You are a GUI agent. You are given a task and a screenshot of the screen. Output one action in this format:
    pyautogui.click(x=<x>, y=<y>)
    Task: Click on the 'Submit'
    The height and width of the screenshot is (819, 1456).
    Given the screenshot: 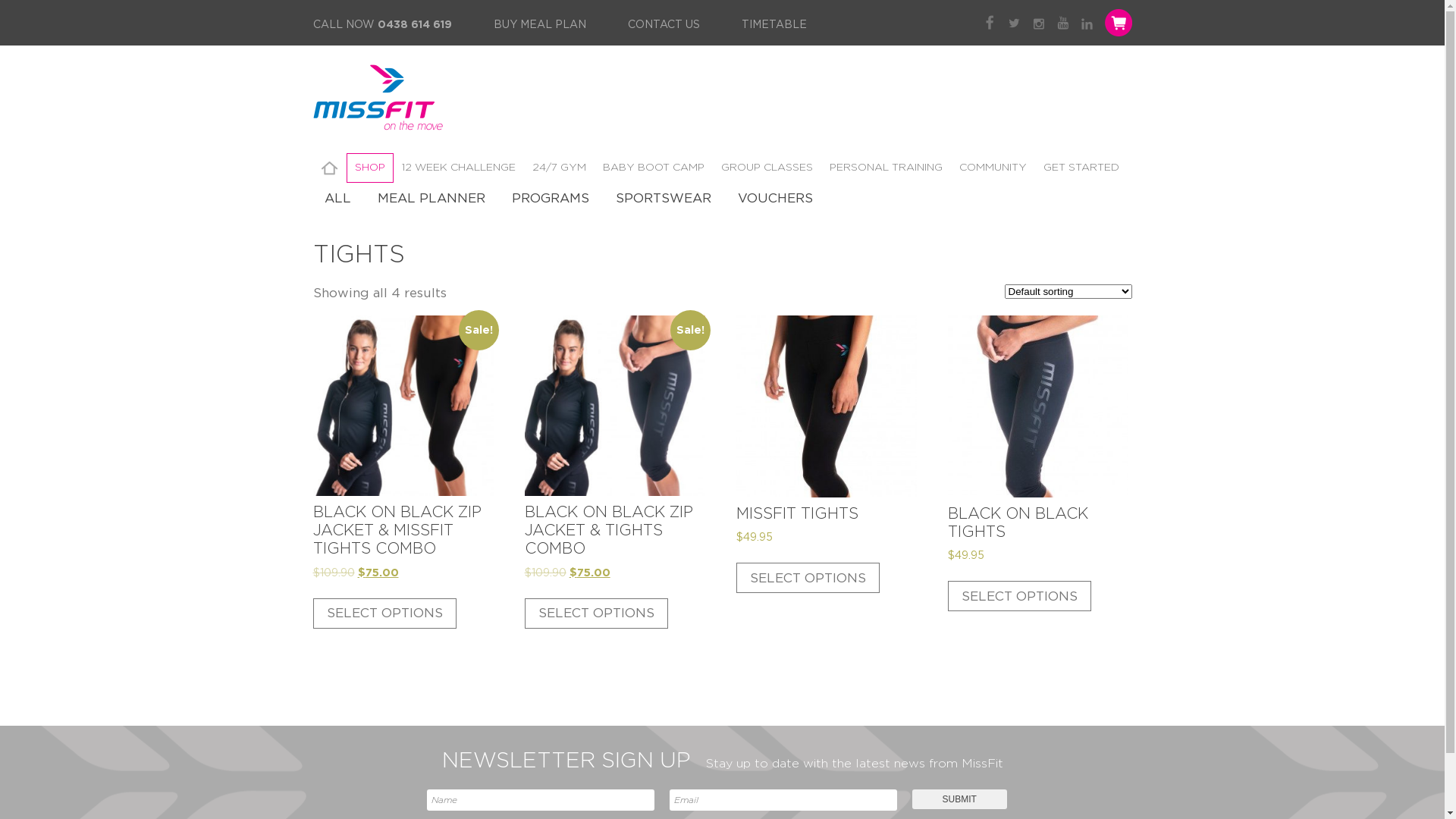 What is the action you would take?
    pyautogui.click(x=958, y=798)
    